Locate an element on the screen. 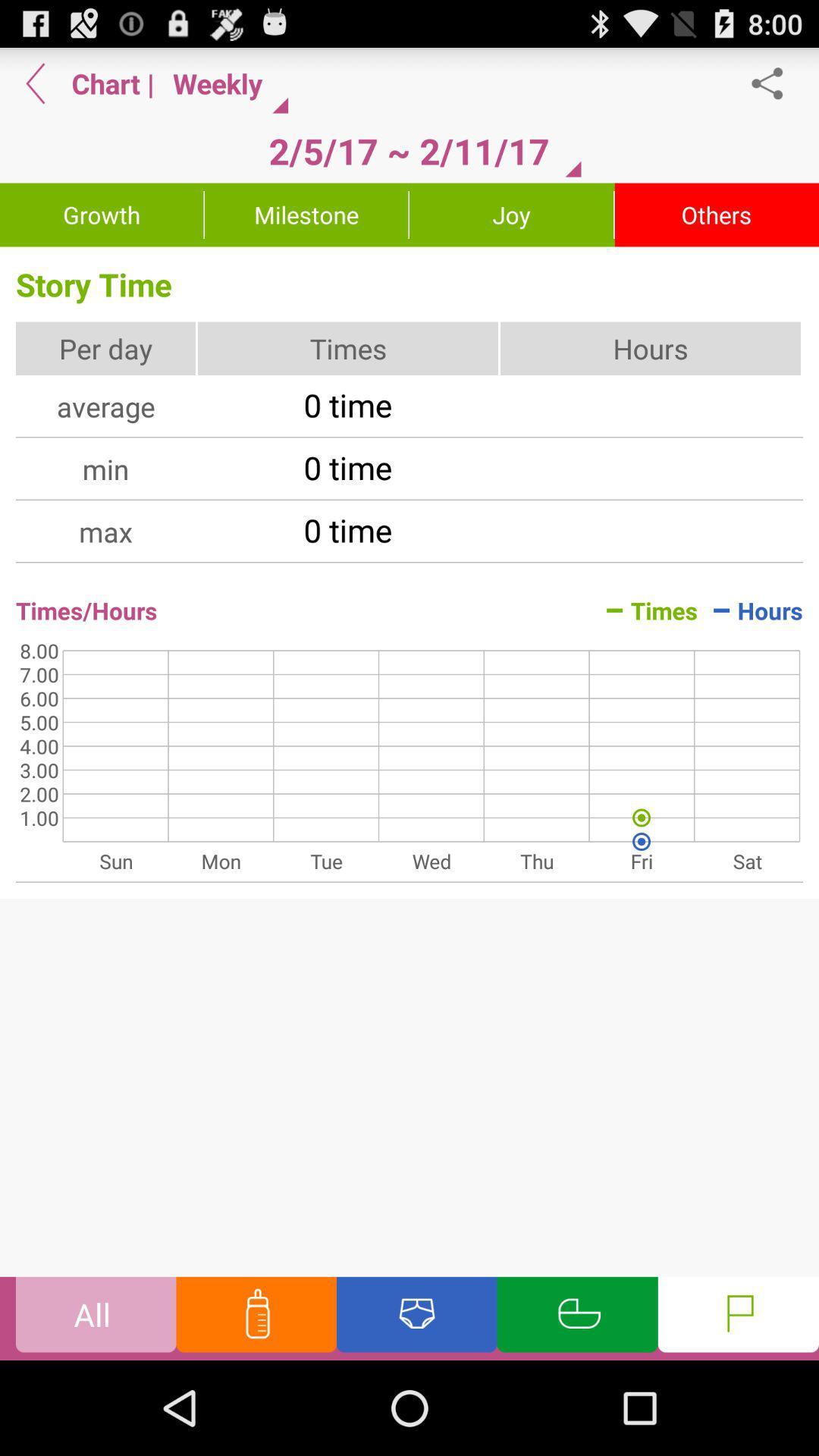 Image resolution: width=819 pixels, height=1456 pixels. the item above milestone button is located at coordinates (408, 151).